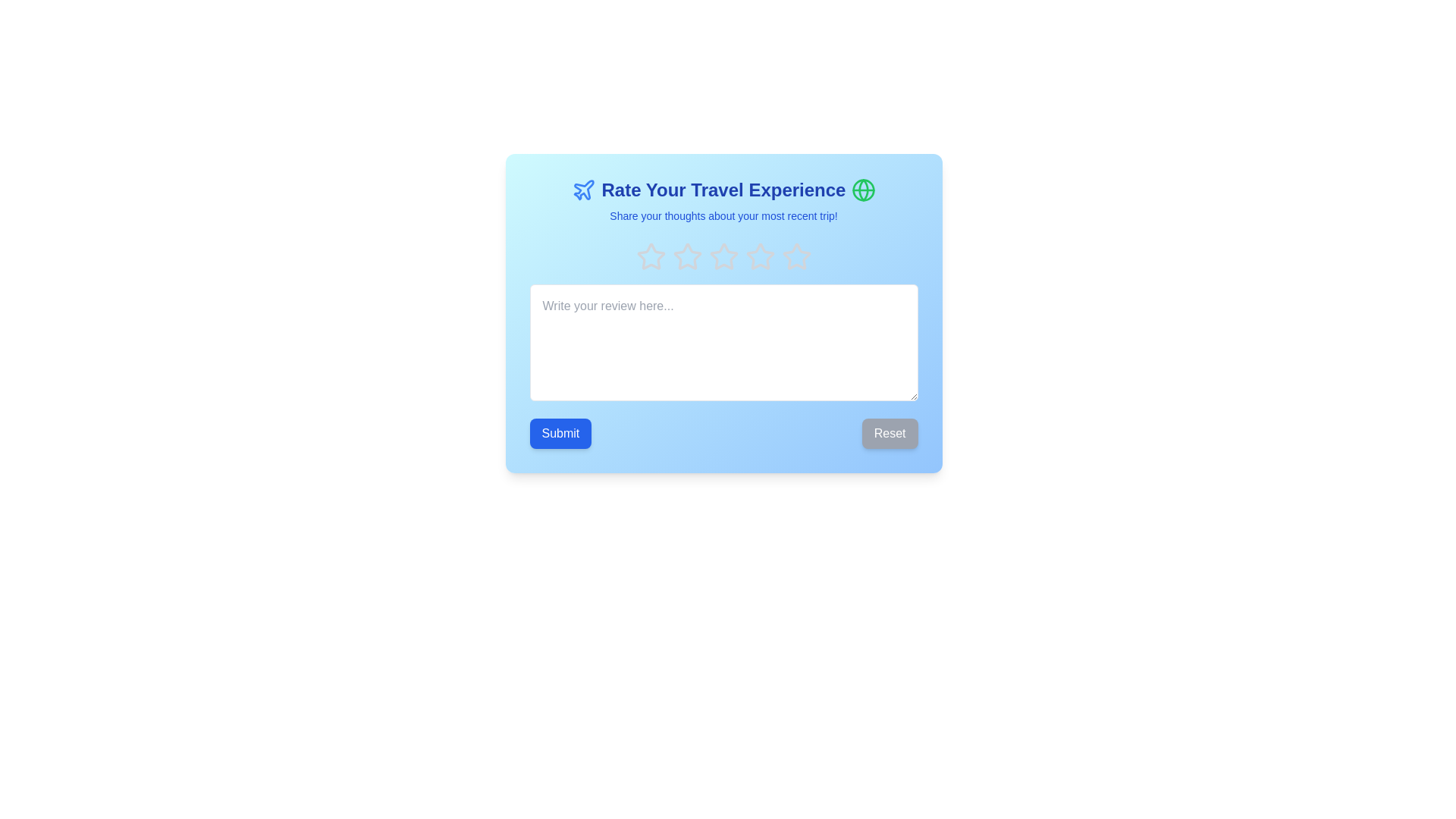 This screenshot has height=819, width=1456. What do you see at coordinates (582, 189) in the screenshot?
I see `the decorative travel icon located on the far left of the group, which includes the heading 'Rate Your Travel Experience' and a globe icon` at bounding box center [582, 189].